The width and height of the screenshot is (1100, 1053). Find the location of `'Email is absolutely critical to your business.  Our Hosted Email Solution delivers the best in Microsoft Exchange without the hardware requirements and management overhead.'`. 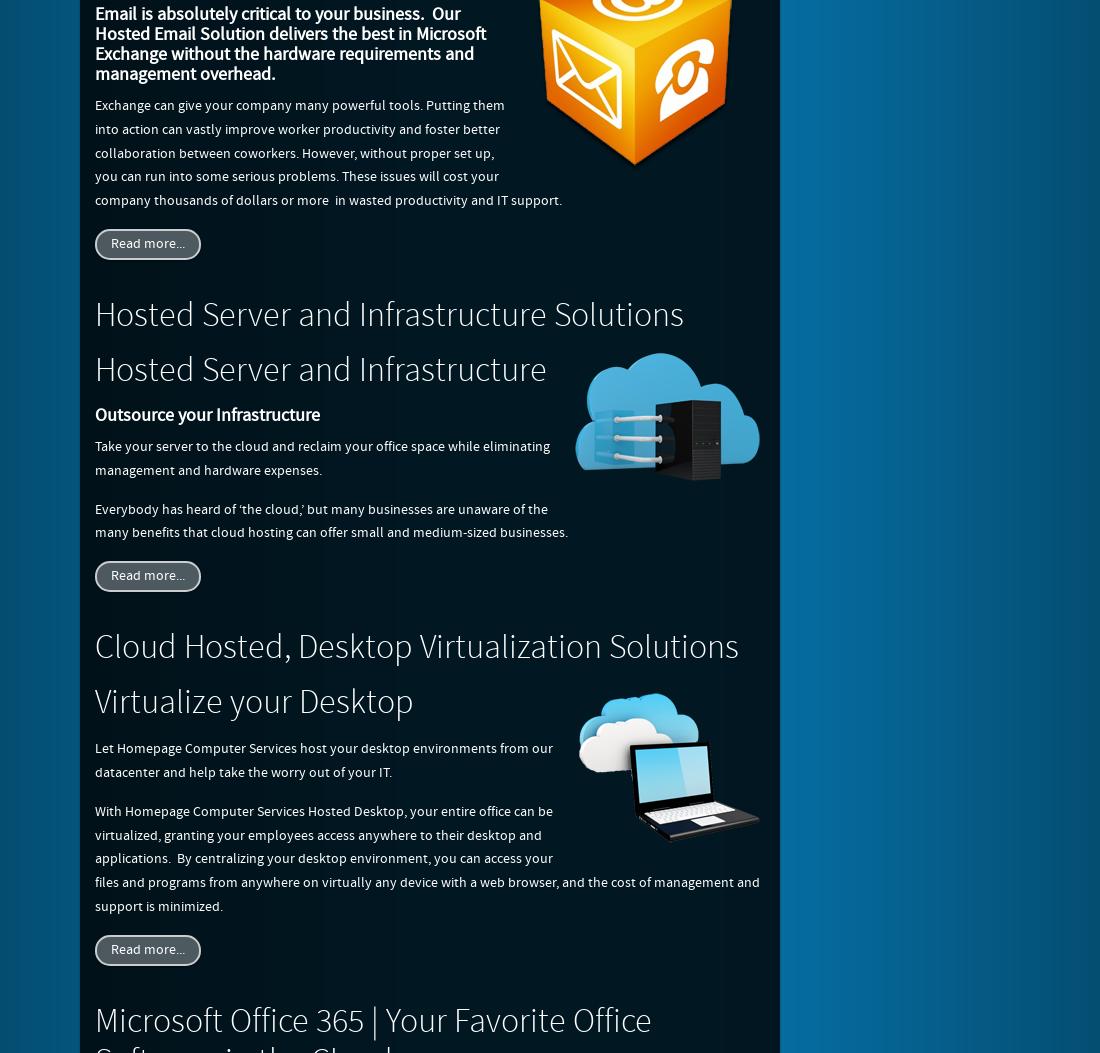

'Email is absolutely critical to your business.  Our Hosted Email Solution delivers the best in Microsoft Exchange without the hardware requirements and management overhead.' is located at coordinates (289, 44).